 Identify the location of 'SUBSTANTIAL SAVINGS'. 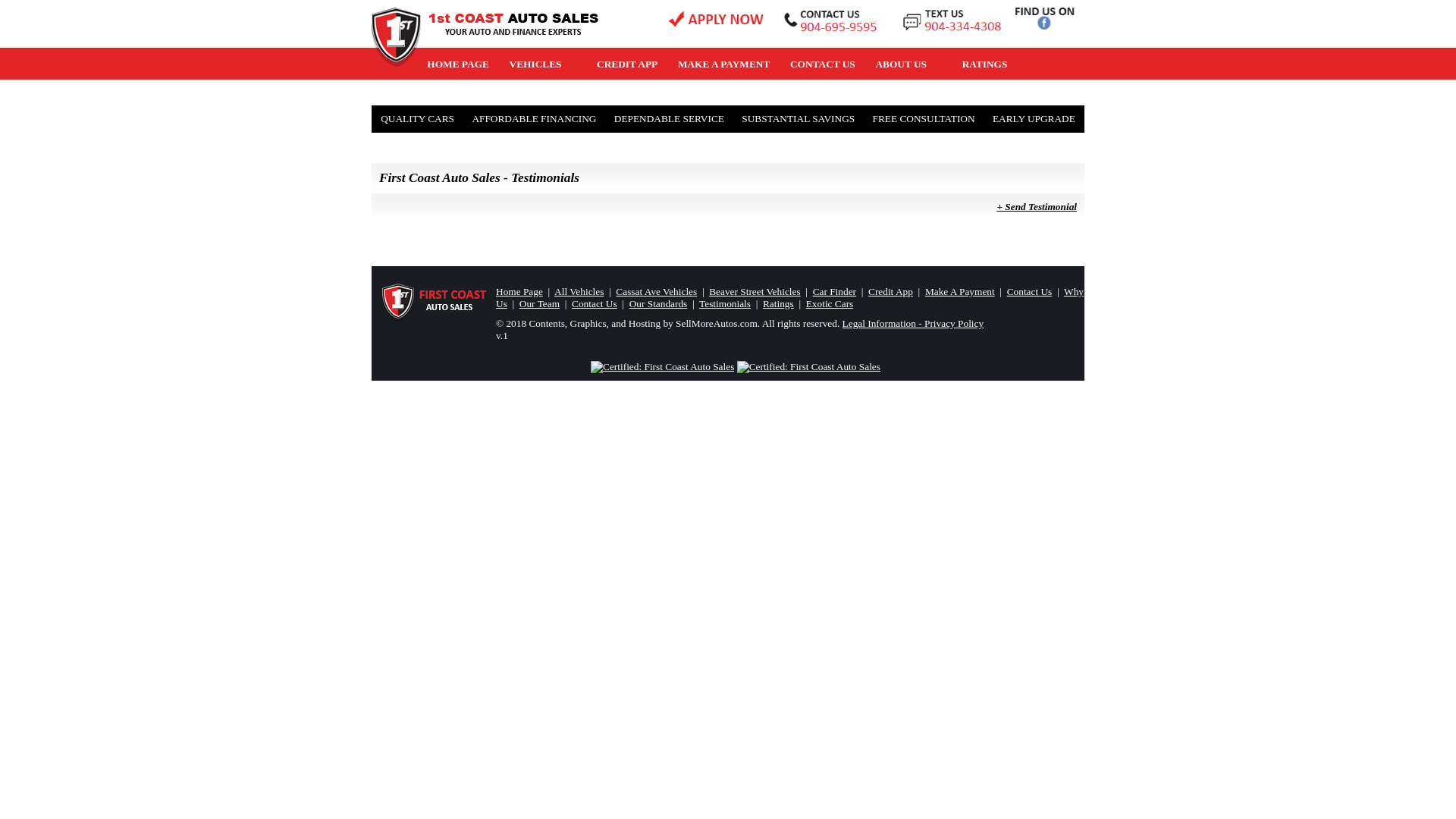
(797, 118).